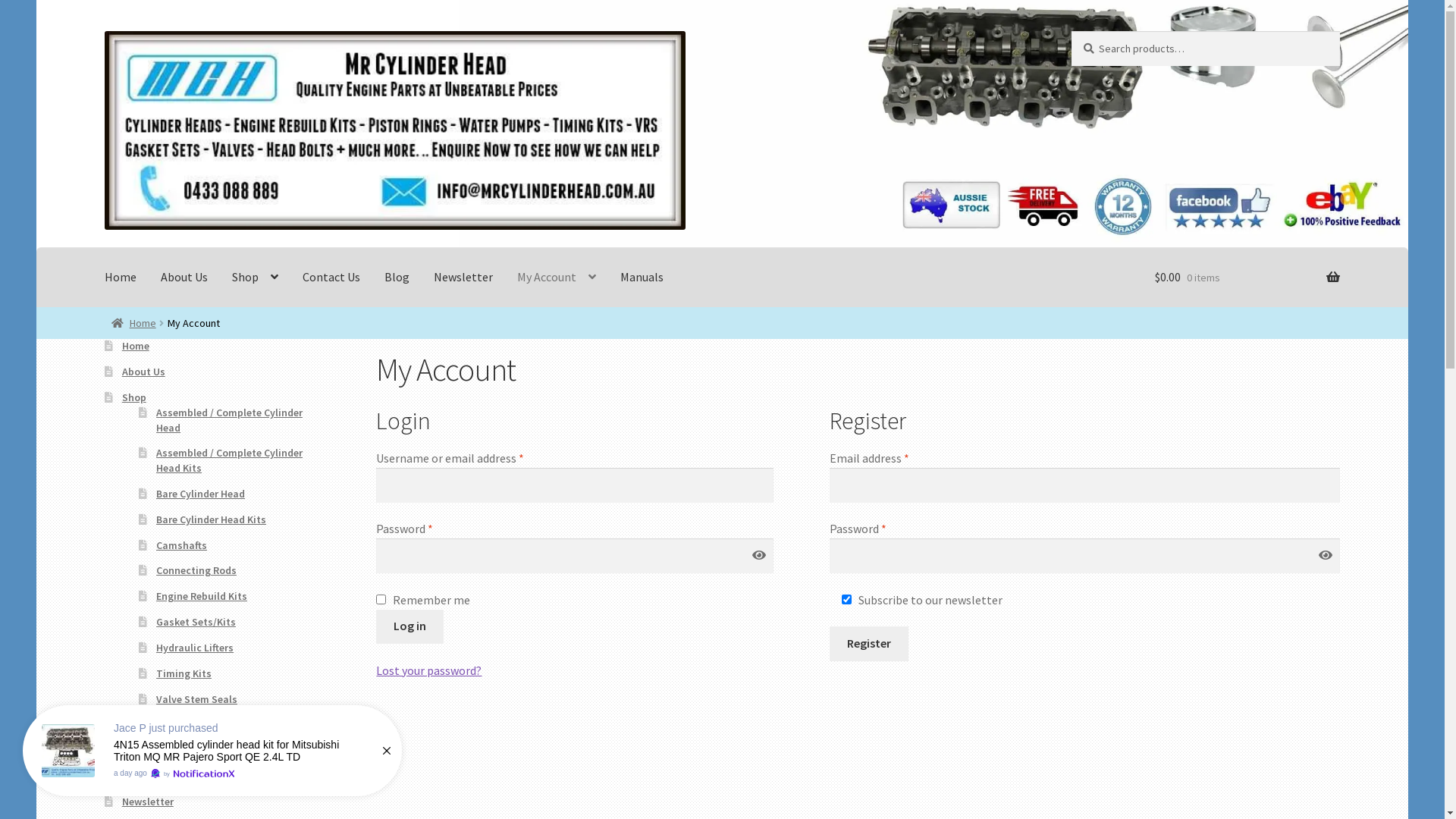 Image resolution: width=1456 pixels, height=819 pixels. Describe the element at coordinates (228, 420) in the screenshot. I see `'Assembled / Complete Cylinder Head'` at that location.